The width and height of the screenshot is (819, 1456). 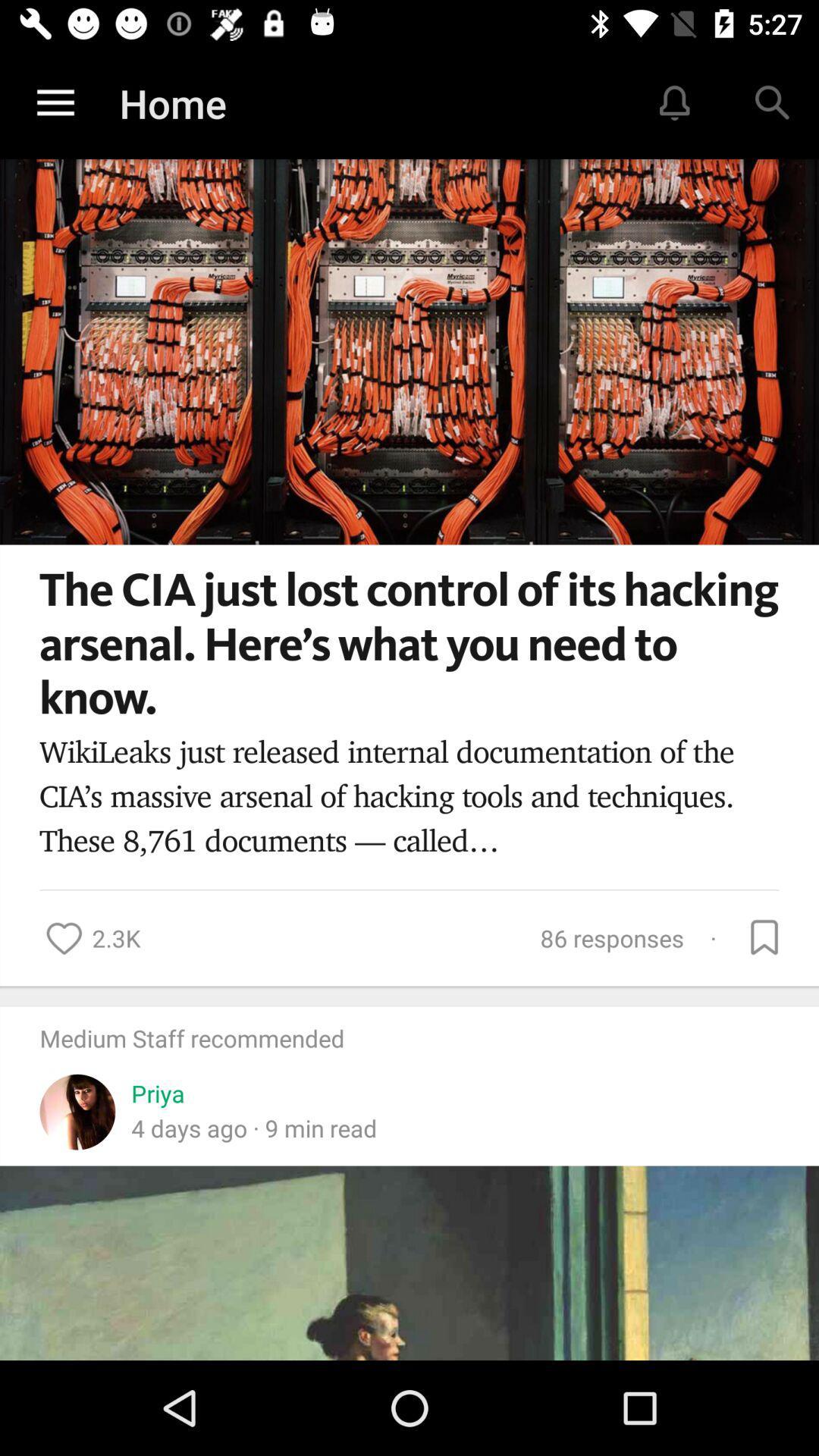 I want to click on bell icon, so click(x=675, y=103).